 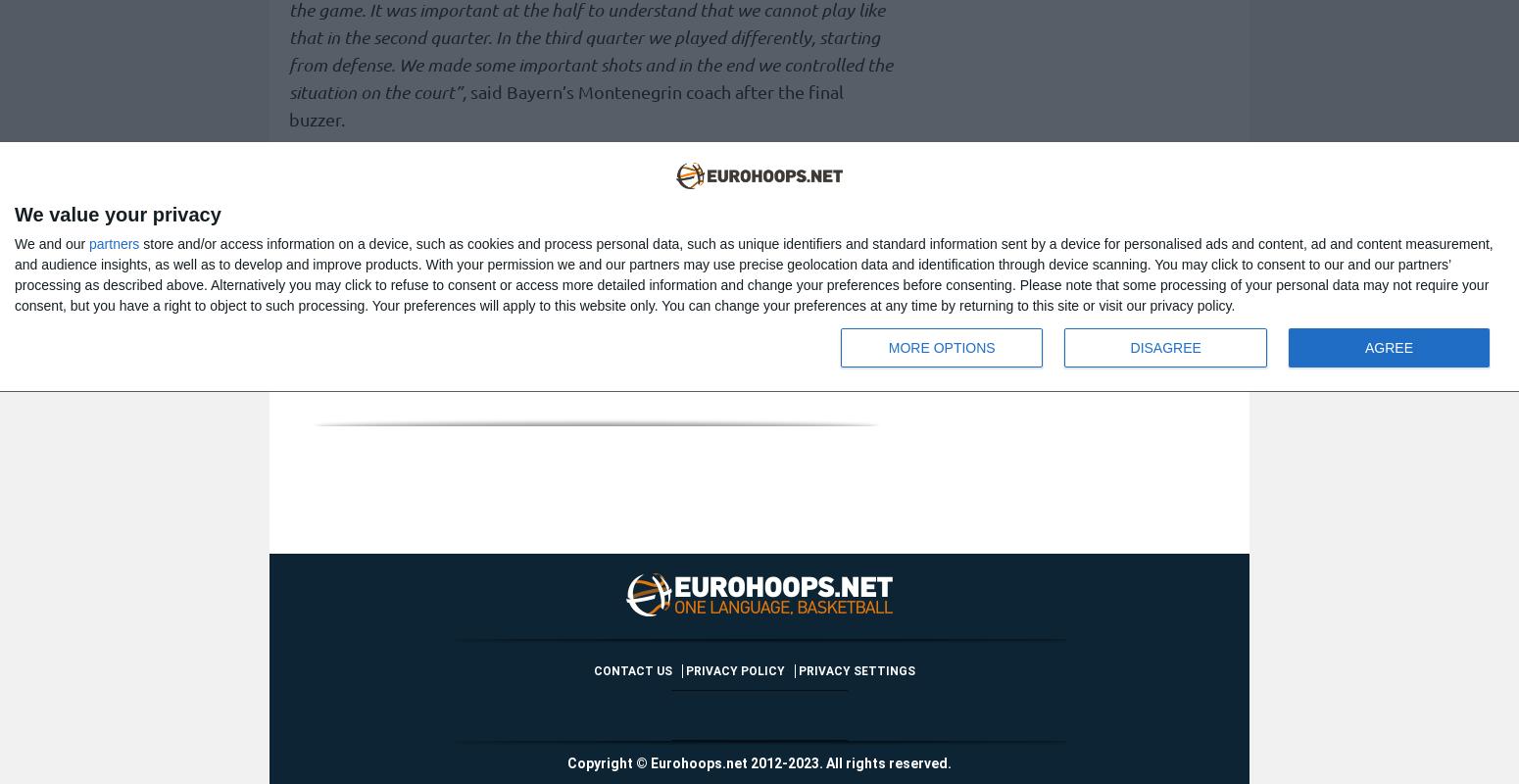 I want to click on 'Privacy settings', so click(x=857, y=670).